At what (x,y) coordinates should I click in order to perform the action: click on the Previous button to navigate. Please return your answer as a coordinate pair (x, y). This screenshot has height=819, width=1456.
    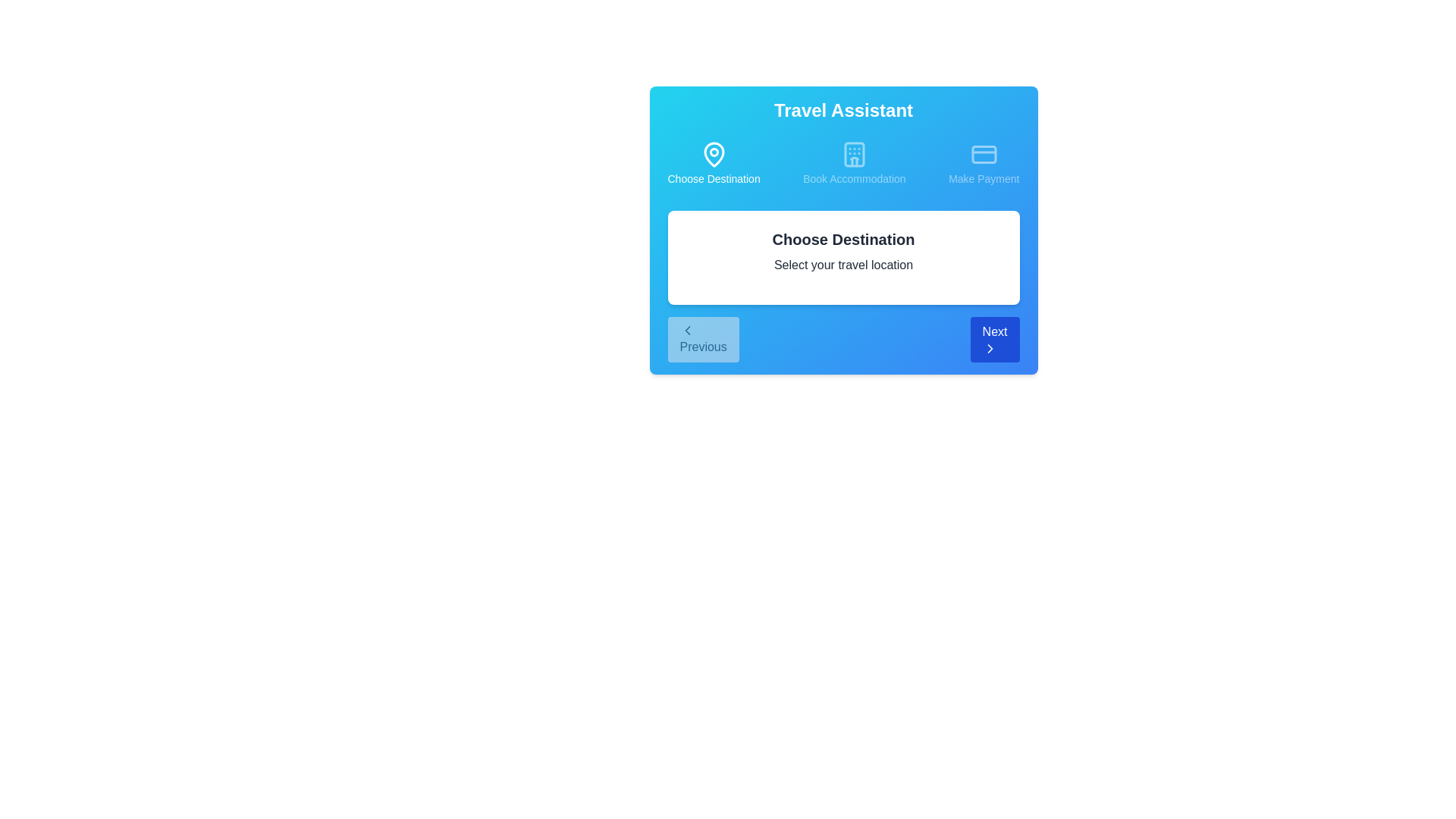
    Looking at the image, I should click on (702, 338).